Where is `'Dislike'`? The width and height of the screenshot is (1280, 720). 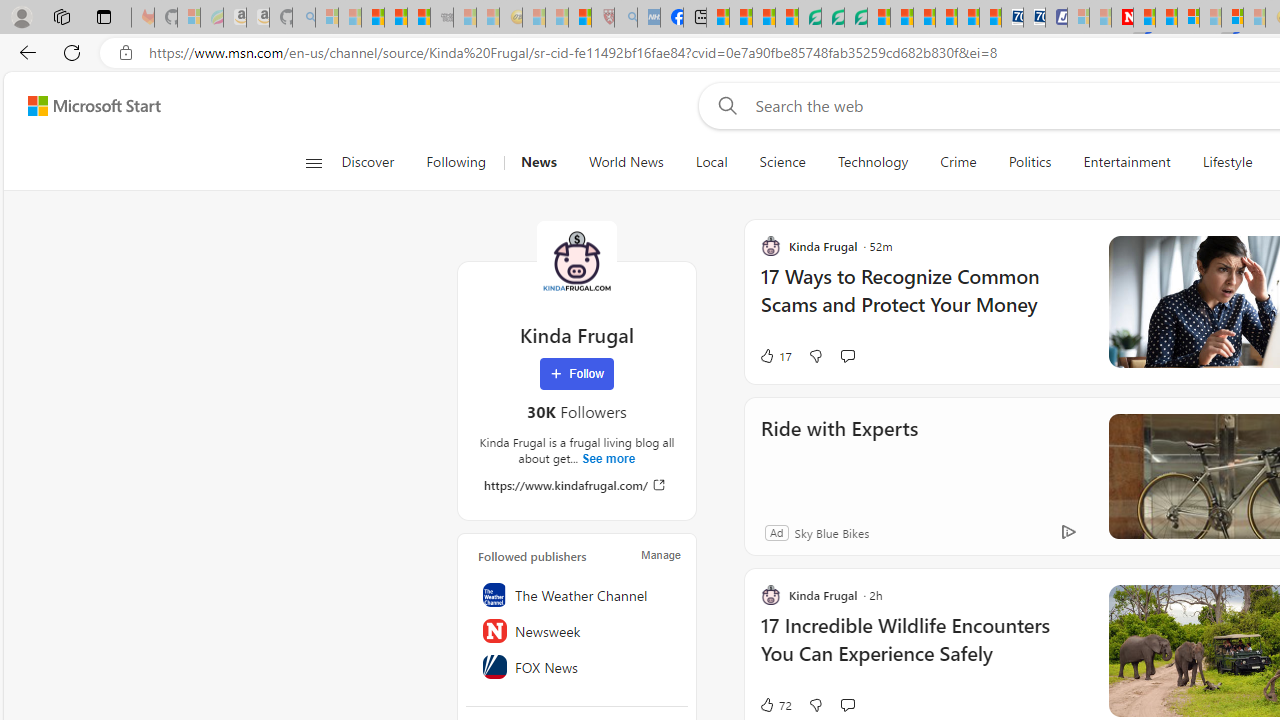 'Dislike' is located at coordinates (815, 703).